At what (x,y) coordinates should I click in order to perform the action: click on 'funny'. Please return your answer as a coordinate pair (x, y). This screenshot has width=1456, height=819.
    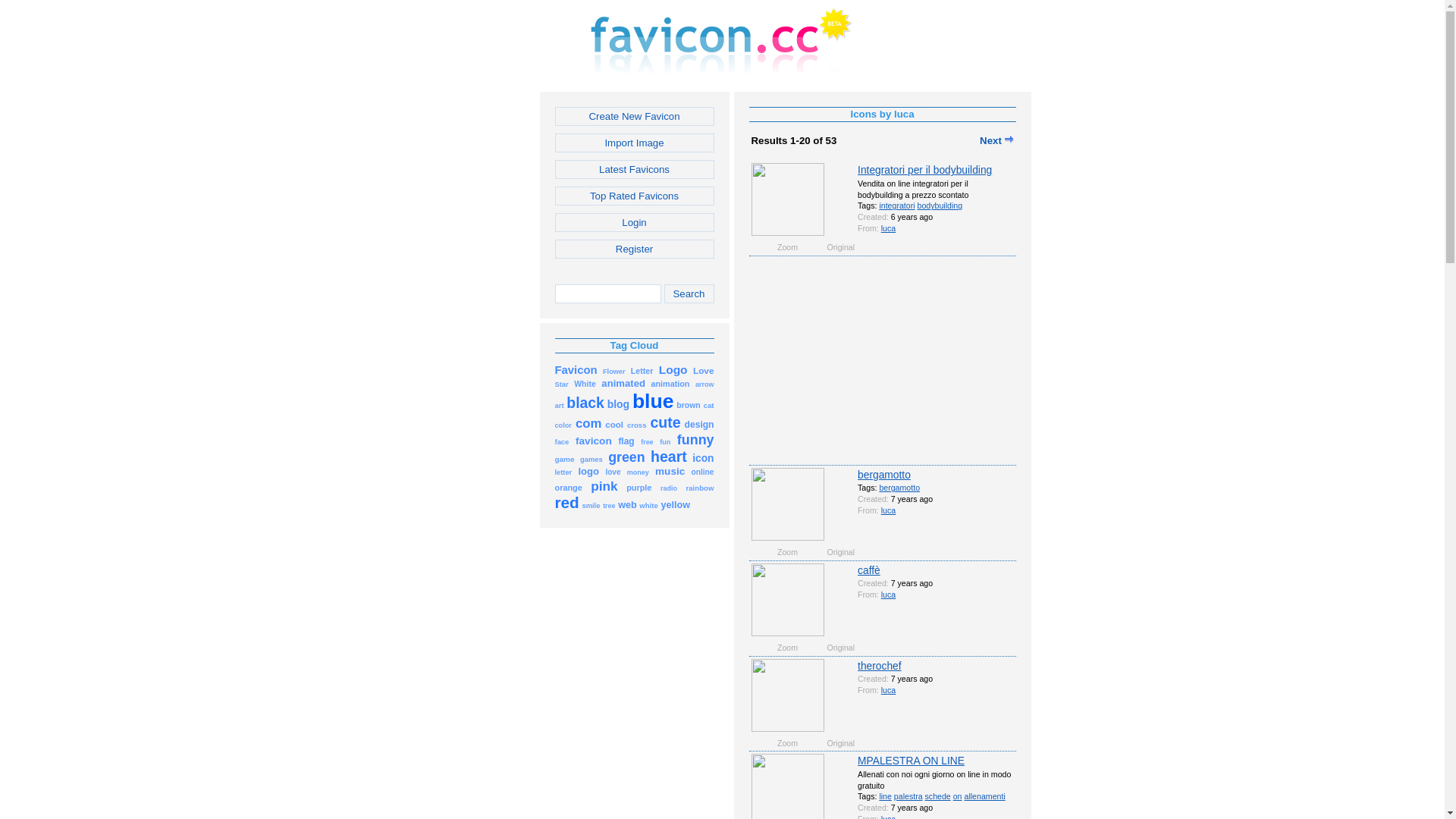
    Looking at the image, I should click on (695, 441).